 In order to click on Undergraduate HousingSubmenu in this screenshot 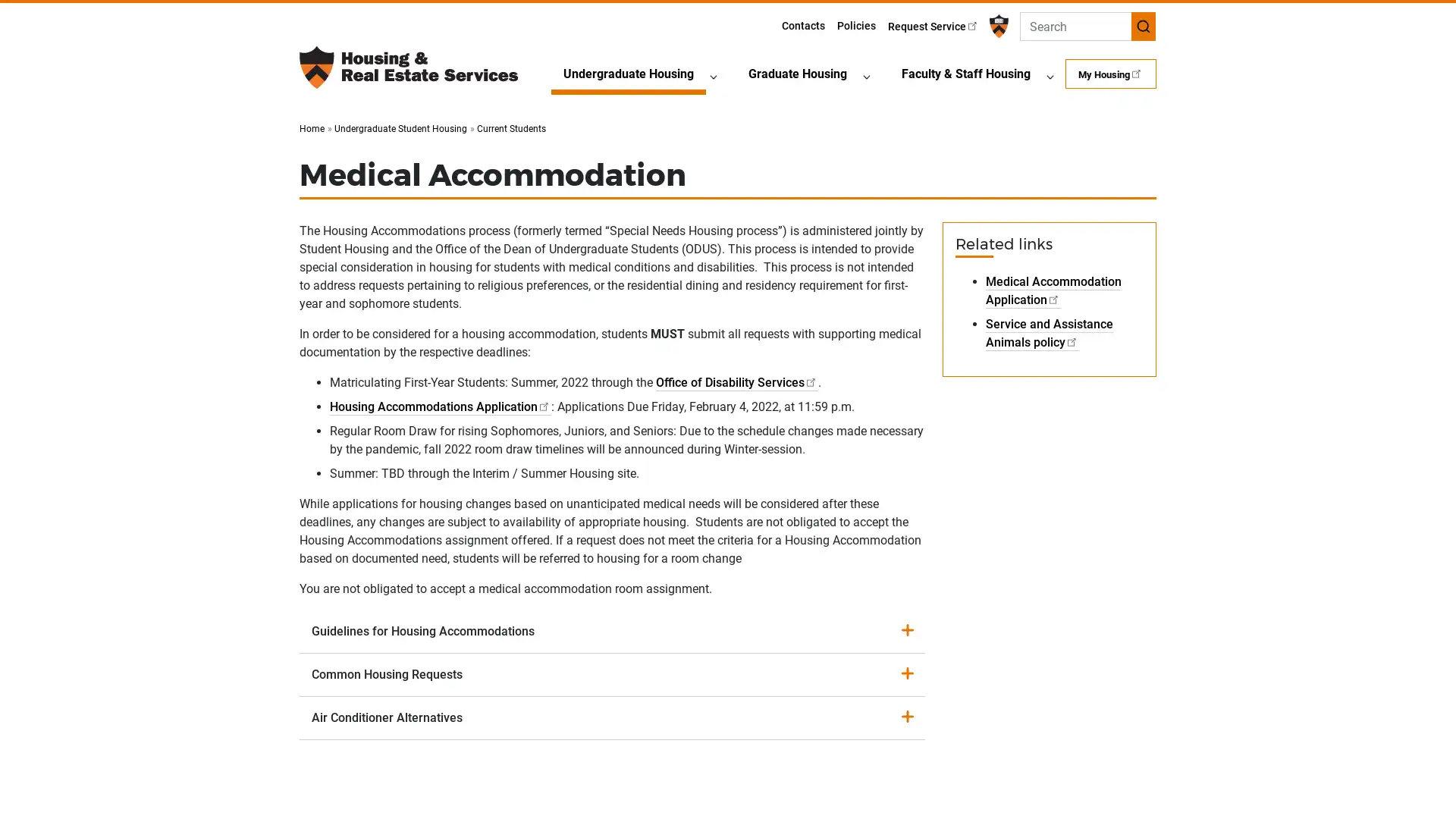, I will do `click(712, 77)`.